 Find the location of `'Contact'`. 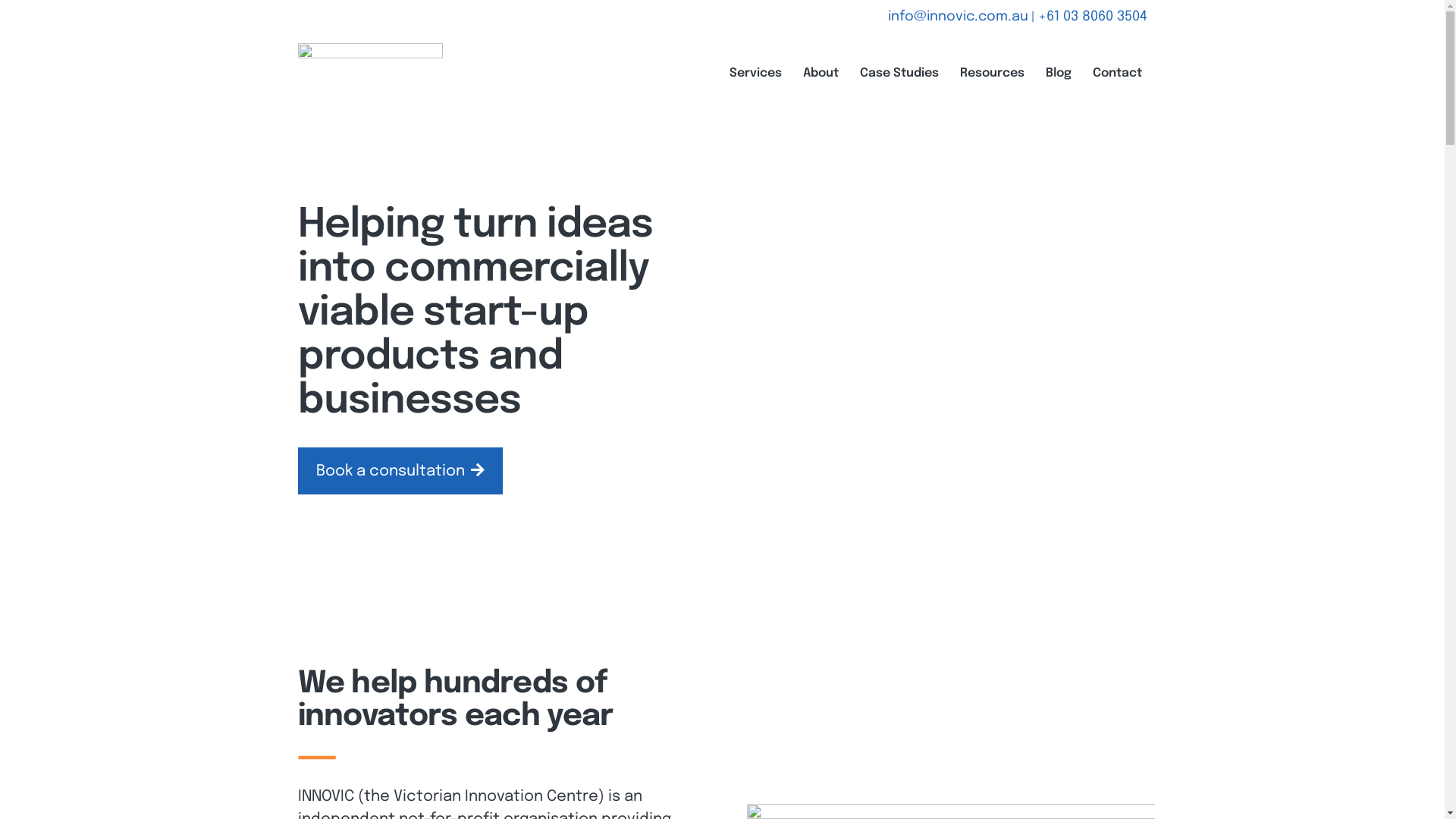

'Contact' is located at coordinates (1117, 73).